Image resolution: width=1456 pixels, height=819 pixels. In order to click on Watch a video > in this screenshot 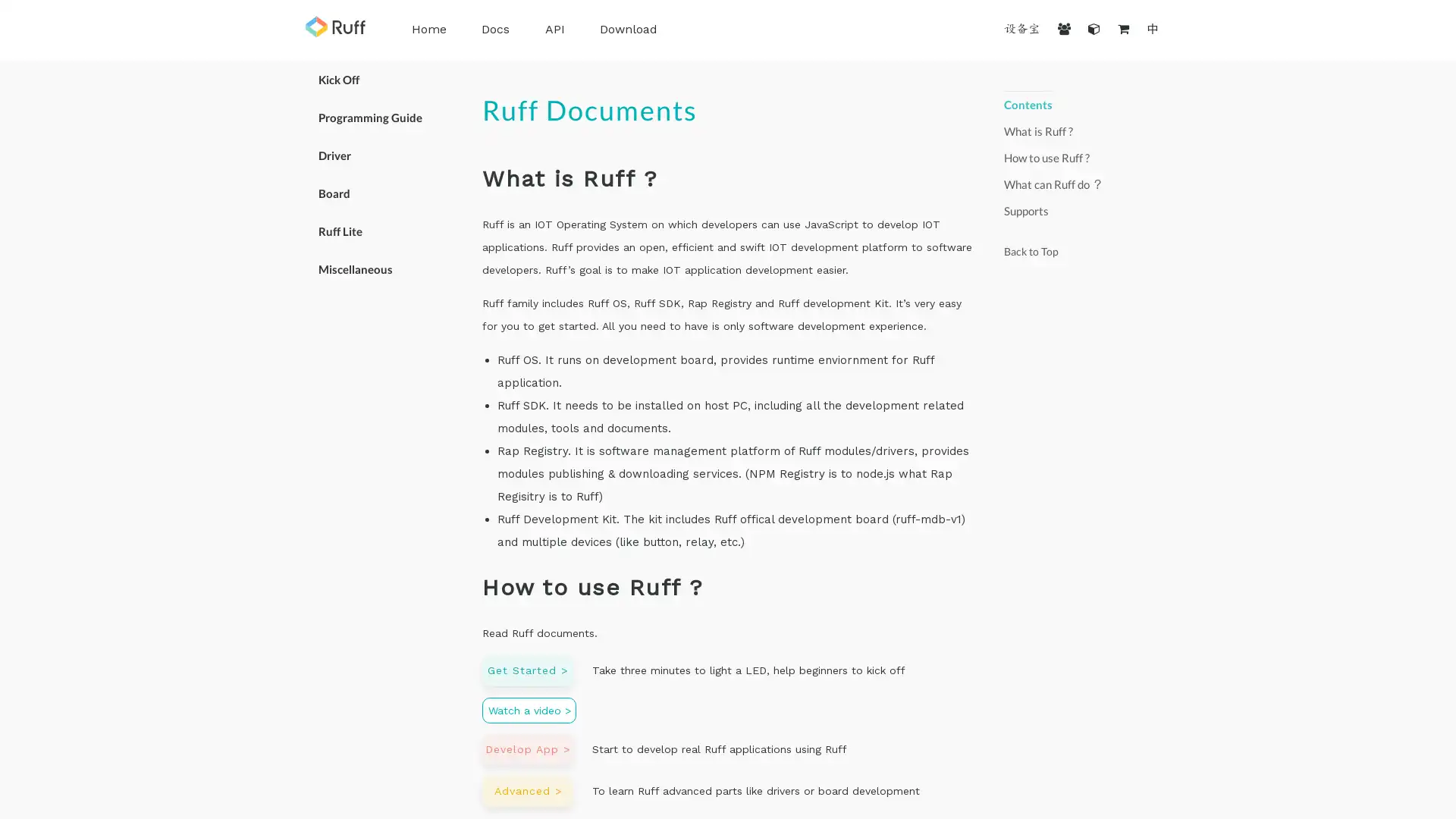, I will do `click(529, 711)`.